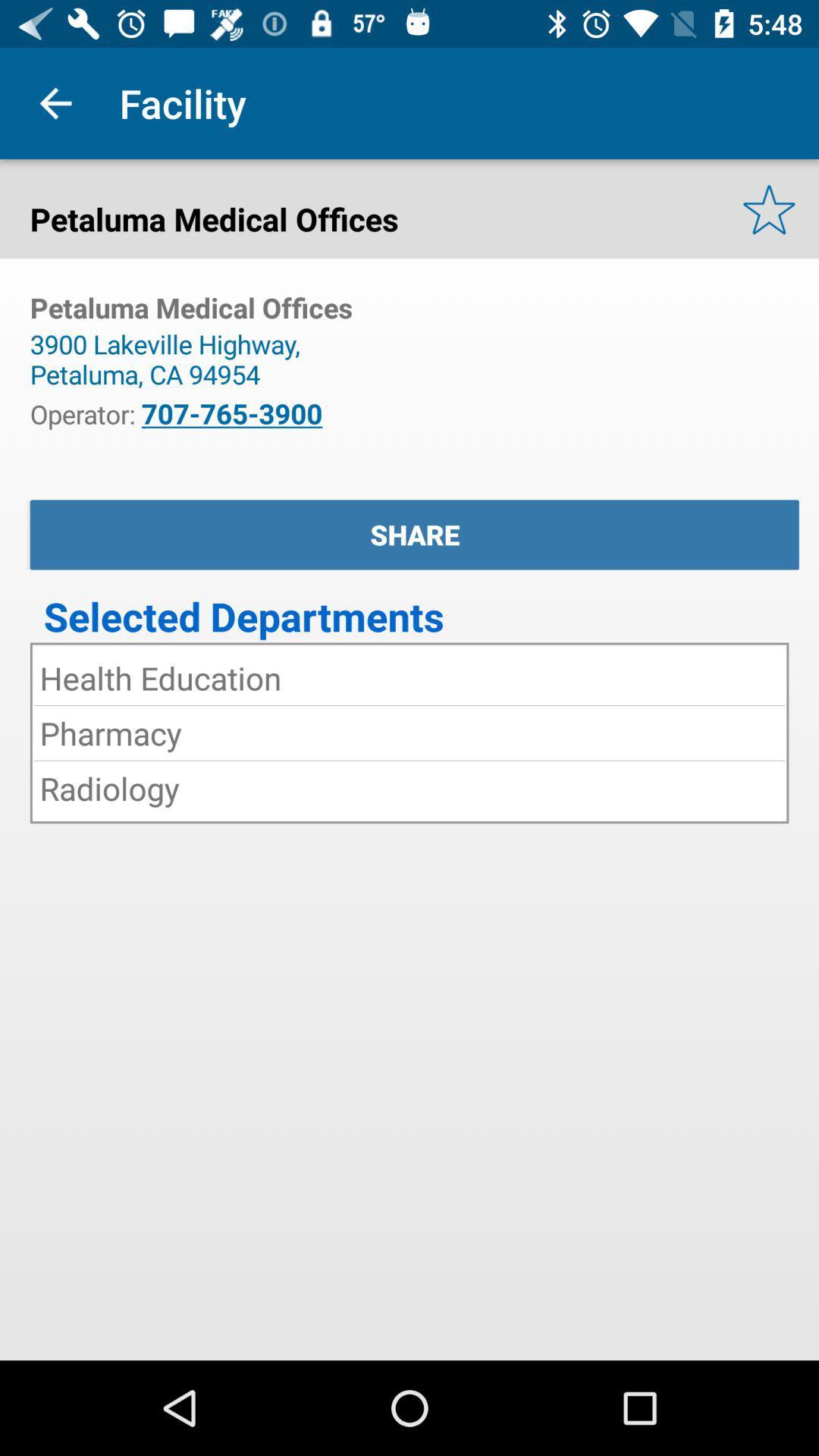 This screenshot has height=1456, width=819. What do you see at coordinates (55, 102) in the screenshot?
I see `app to the left of the facility icon` at bounding box center [55, 102].